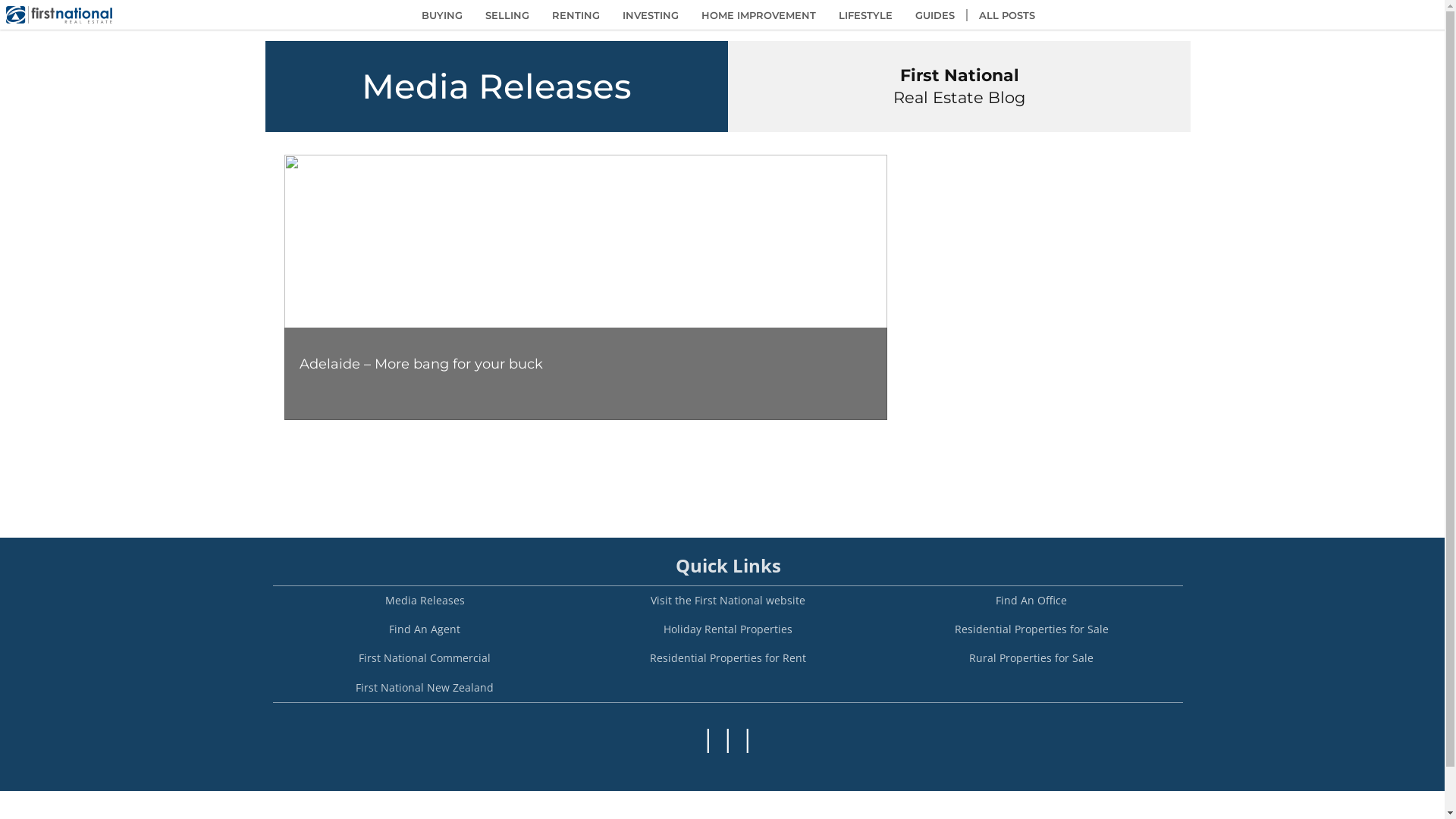 Image resolution: width=1456 pixels, height=819 pixels. Describe the element at coordinates (728, 599) in the screenshot. I see `'Visit the First National website'` at that location.